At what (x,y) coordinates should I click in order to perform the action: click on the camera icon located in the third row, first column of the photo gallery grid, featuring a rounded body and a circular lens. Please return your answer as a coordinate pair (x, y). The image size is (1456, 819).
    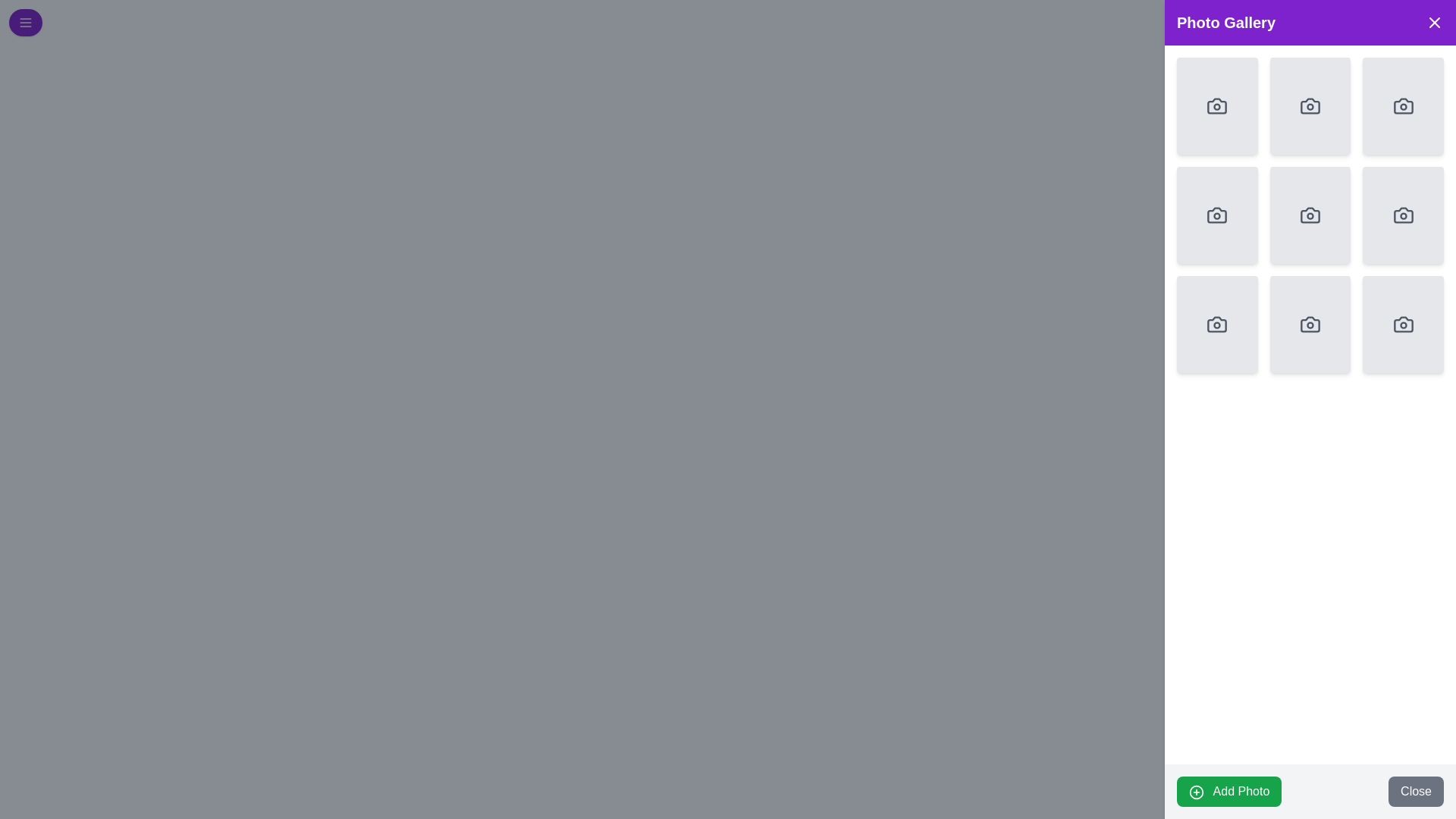
    Looking at the image, I should click on (1217, 324).